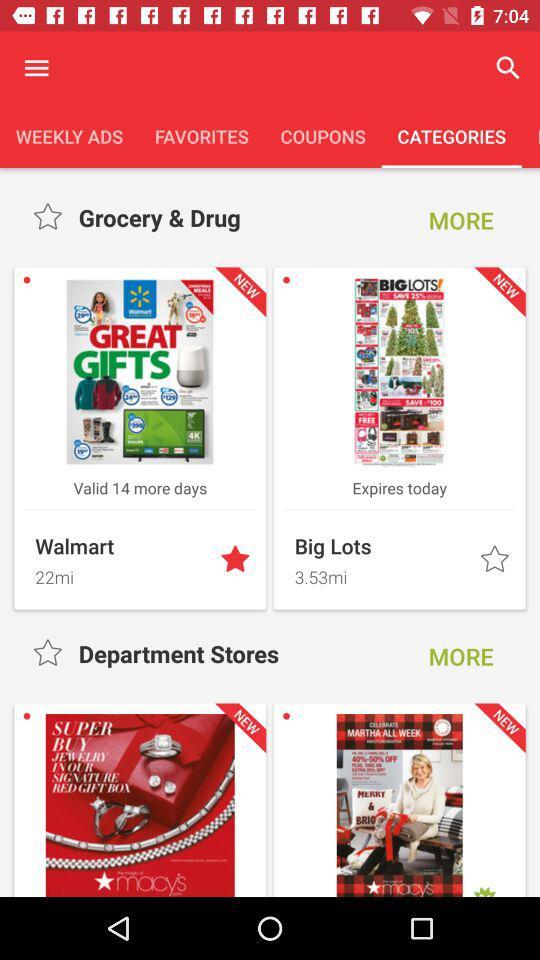  I want to click on category, so click(49, 652).